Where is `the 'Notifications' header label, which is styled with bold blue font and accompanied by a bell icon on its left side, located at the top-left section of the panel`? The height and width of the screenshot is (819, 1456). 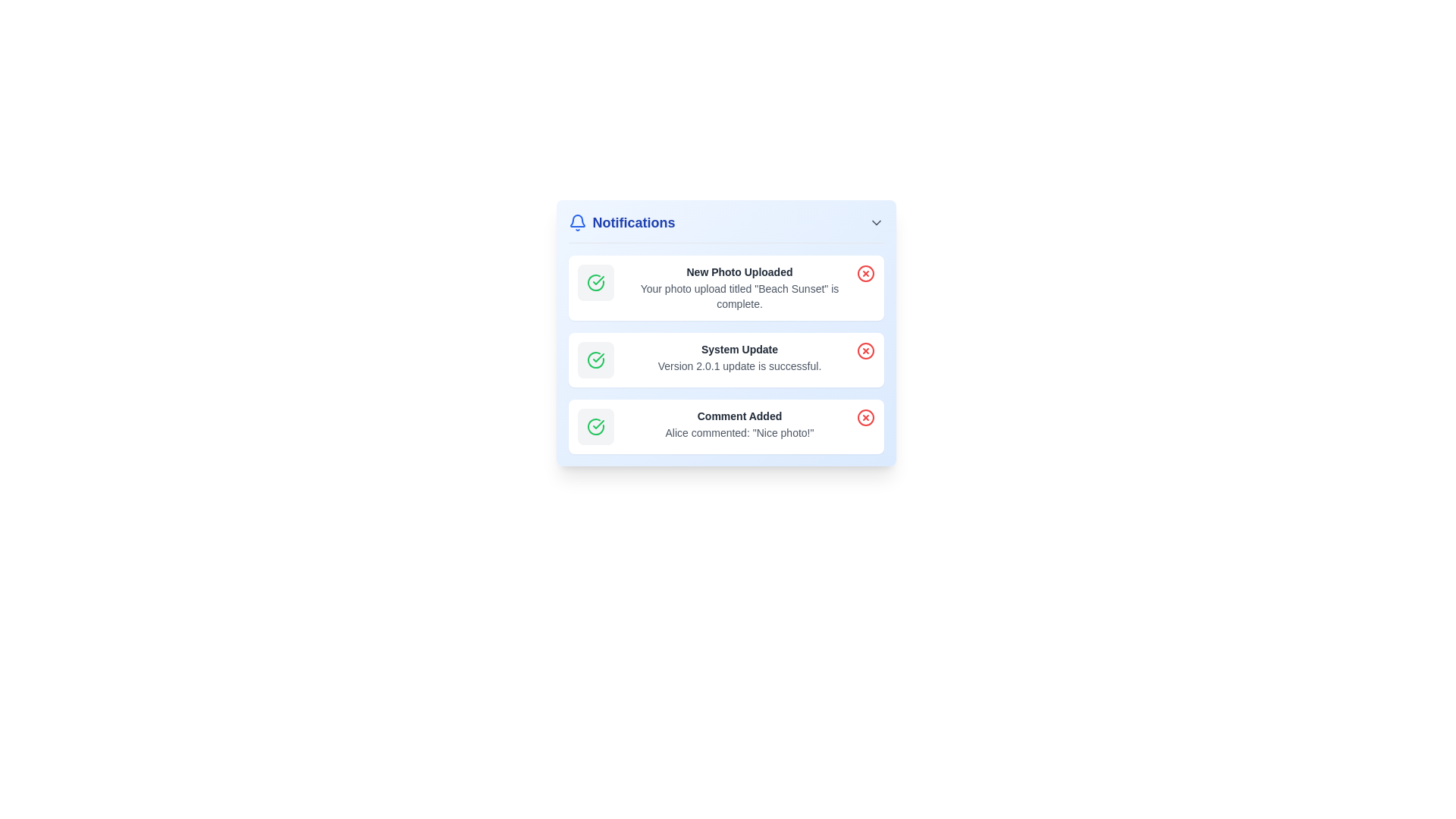
the 'Notifications' header label, which is styled with bold blue font and accompanied by a bell icon on its left side, located at the top-left section of the panel is located at coordinates (622, 222).